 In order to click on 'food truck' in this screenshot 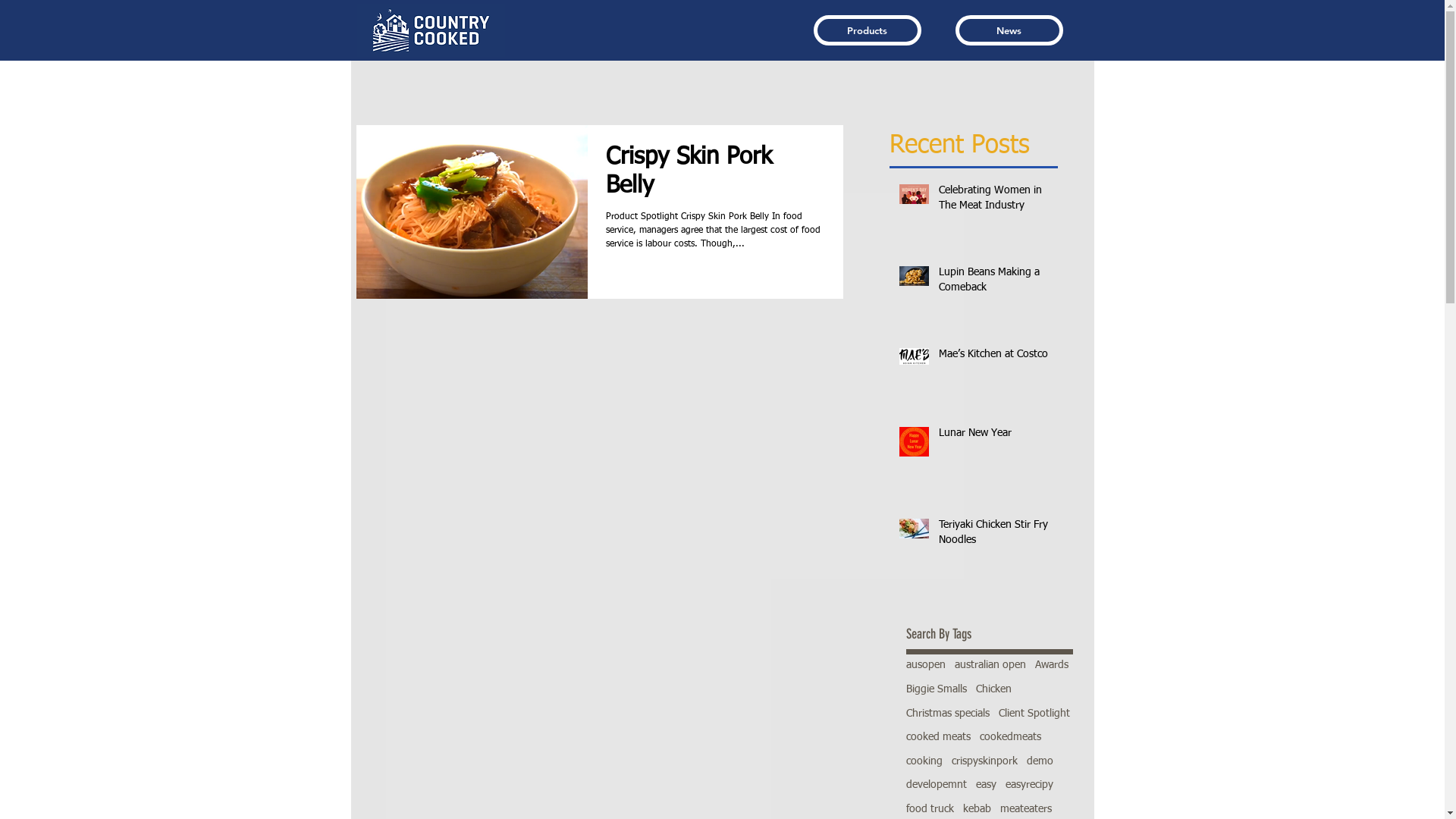, I will do `click(928, 809)`.